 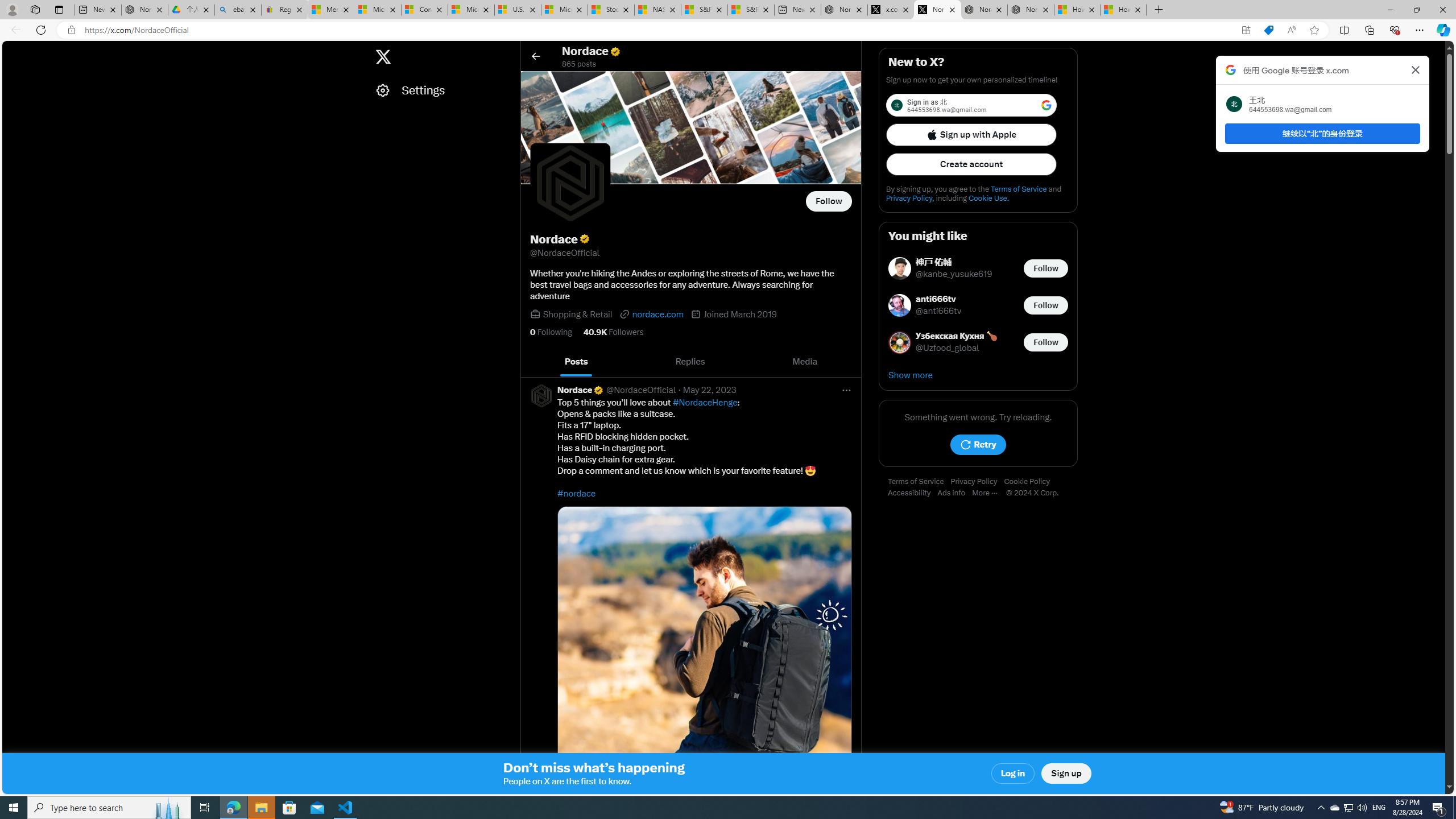 What do you see at coordinates (938, 311) in the screenshot?
I see `'@anti666tv'` at bounding box center [938, 311].